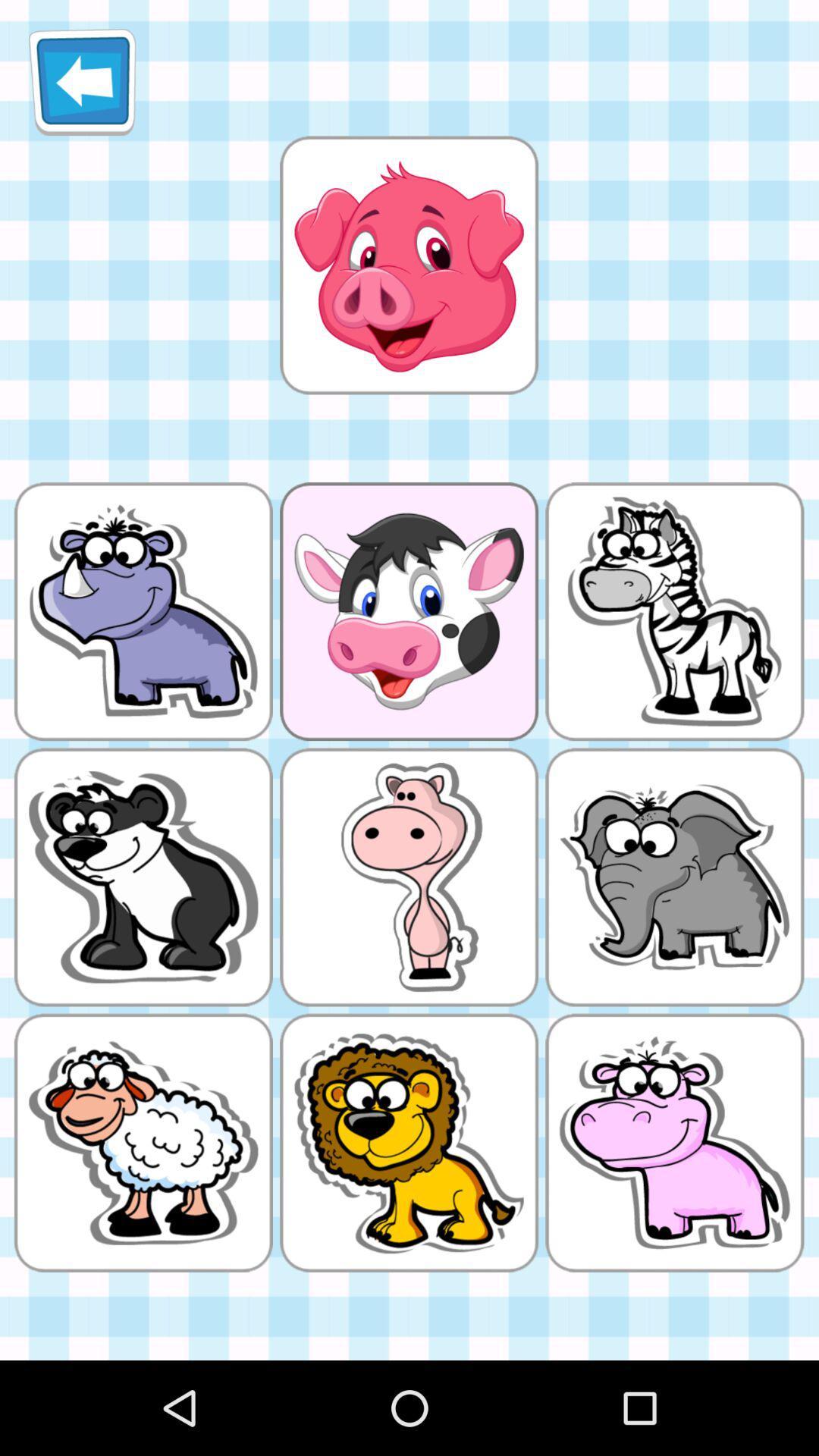  What do you see at coordinates (408, 265) in the screenshot?
I see `or expand on the selected image` at bounding box center [408, 265].